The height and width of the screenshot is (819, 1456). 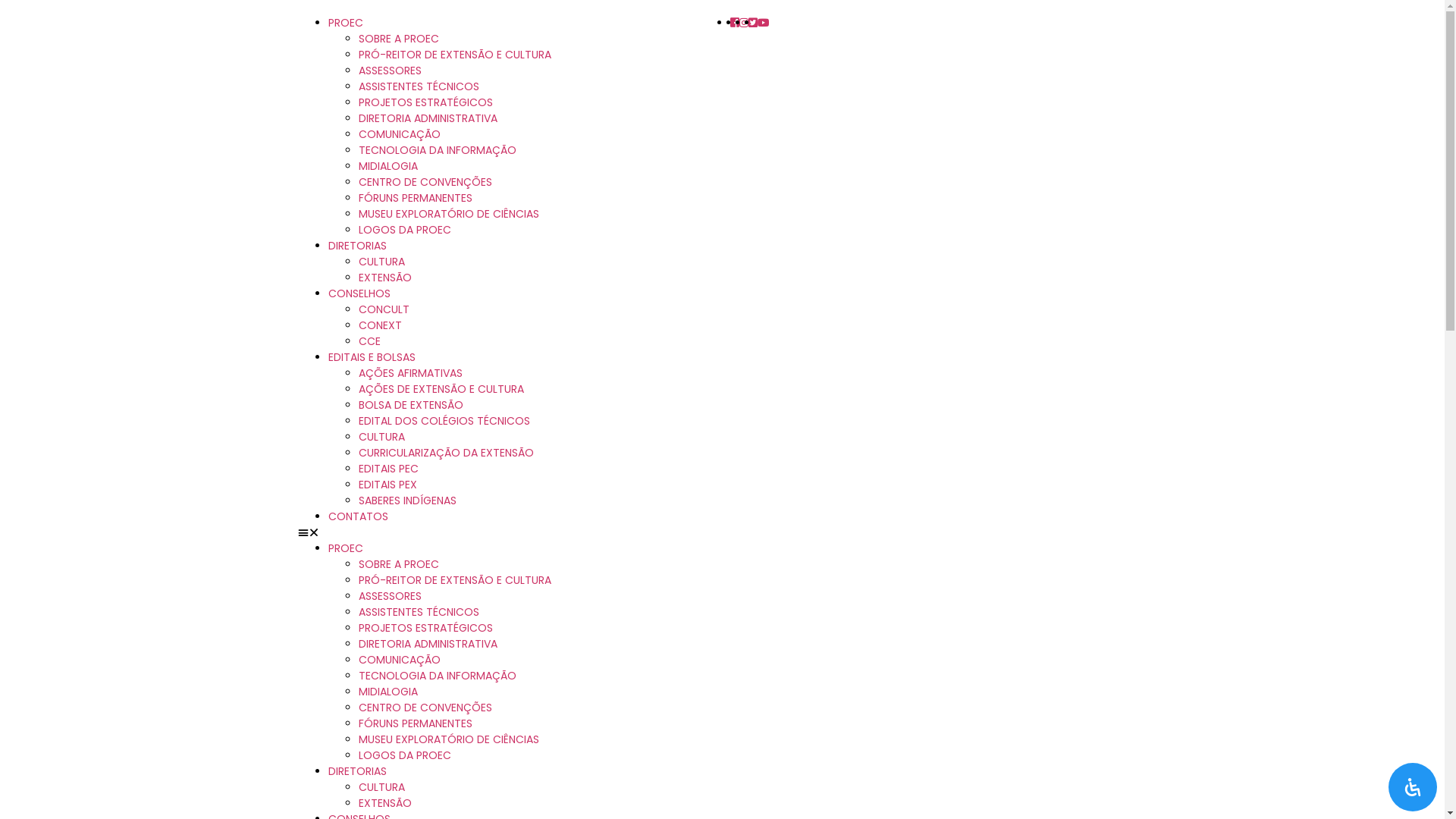 I want to click on 'CCE', so click(x=356, y=341).